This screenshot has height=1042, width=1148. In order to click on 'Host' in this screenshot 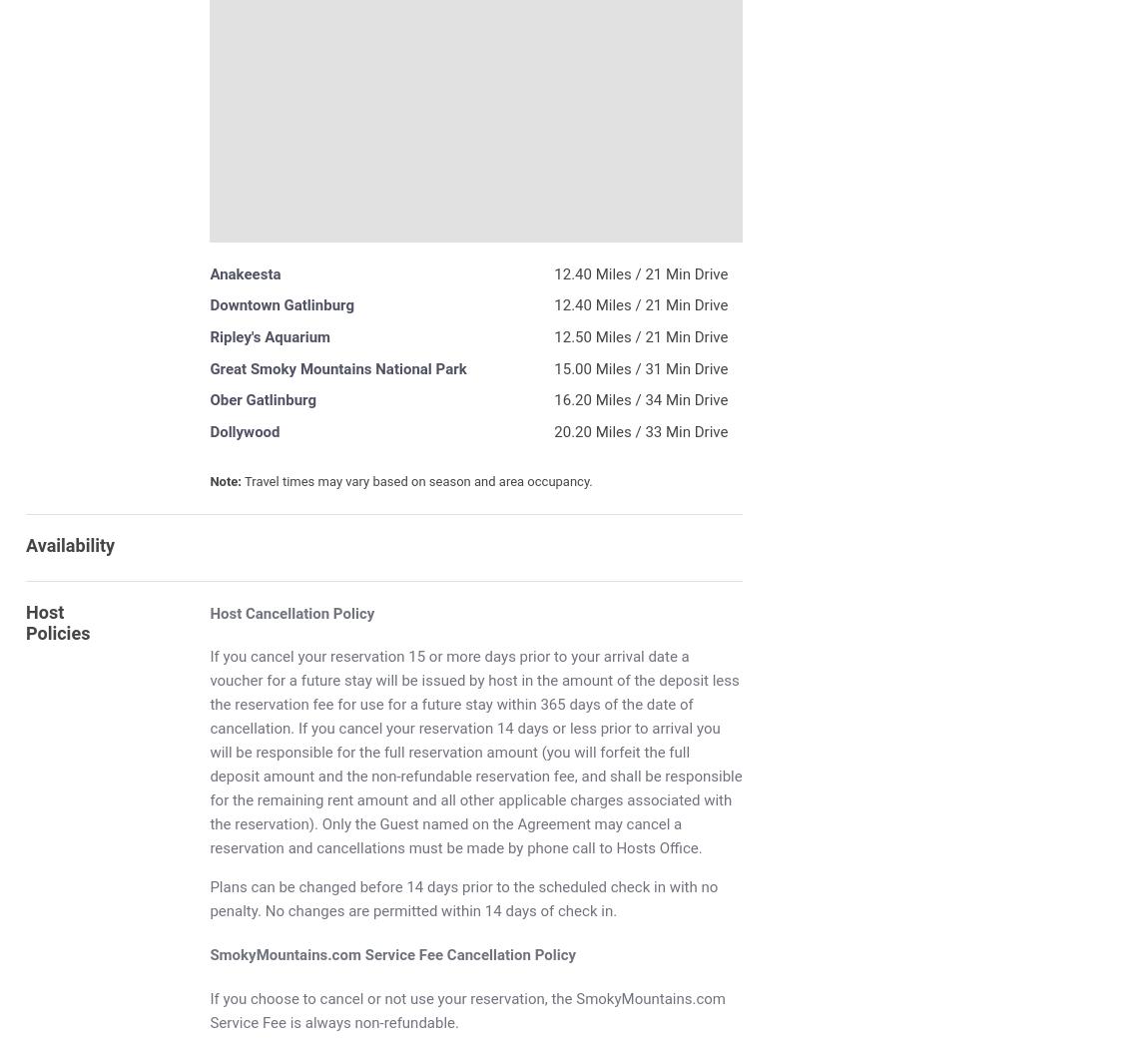, I will do `click(43, 611)`.